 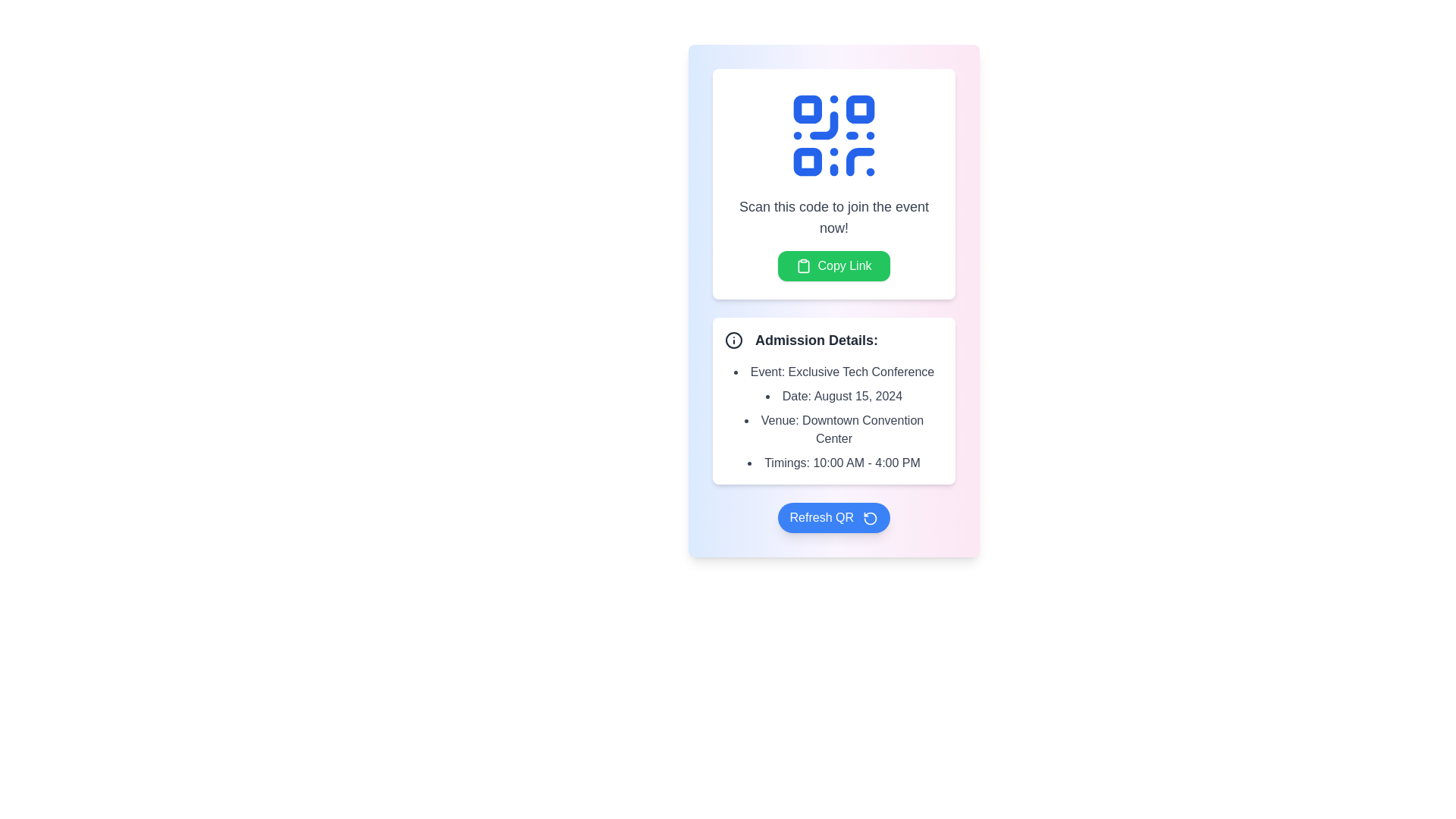 I want to click on the outer circle of the info icon located to the left of the 'Admission Details' heading, so click(x=734, y=339).